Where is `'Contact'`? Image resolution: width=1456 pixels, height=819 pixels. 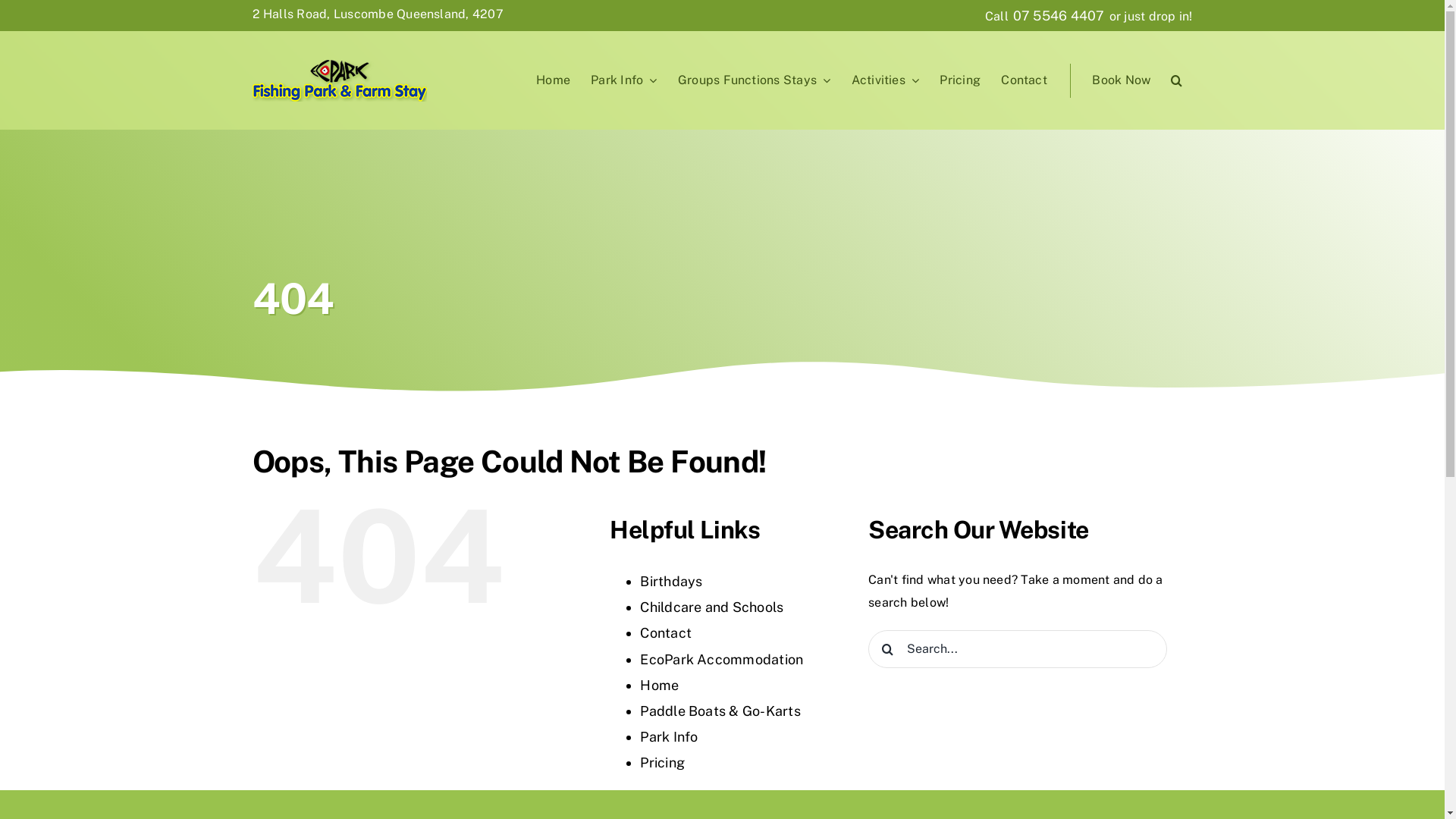
'Contact' is located at coordinates (666, 632).